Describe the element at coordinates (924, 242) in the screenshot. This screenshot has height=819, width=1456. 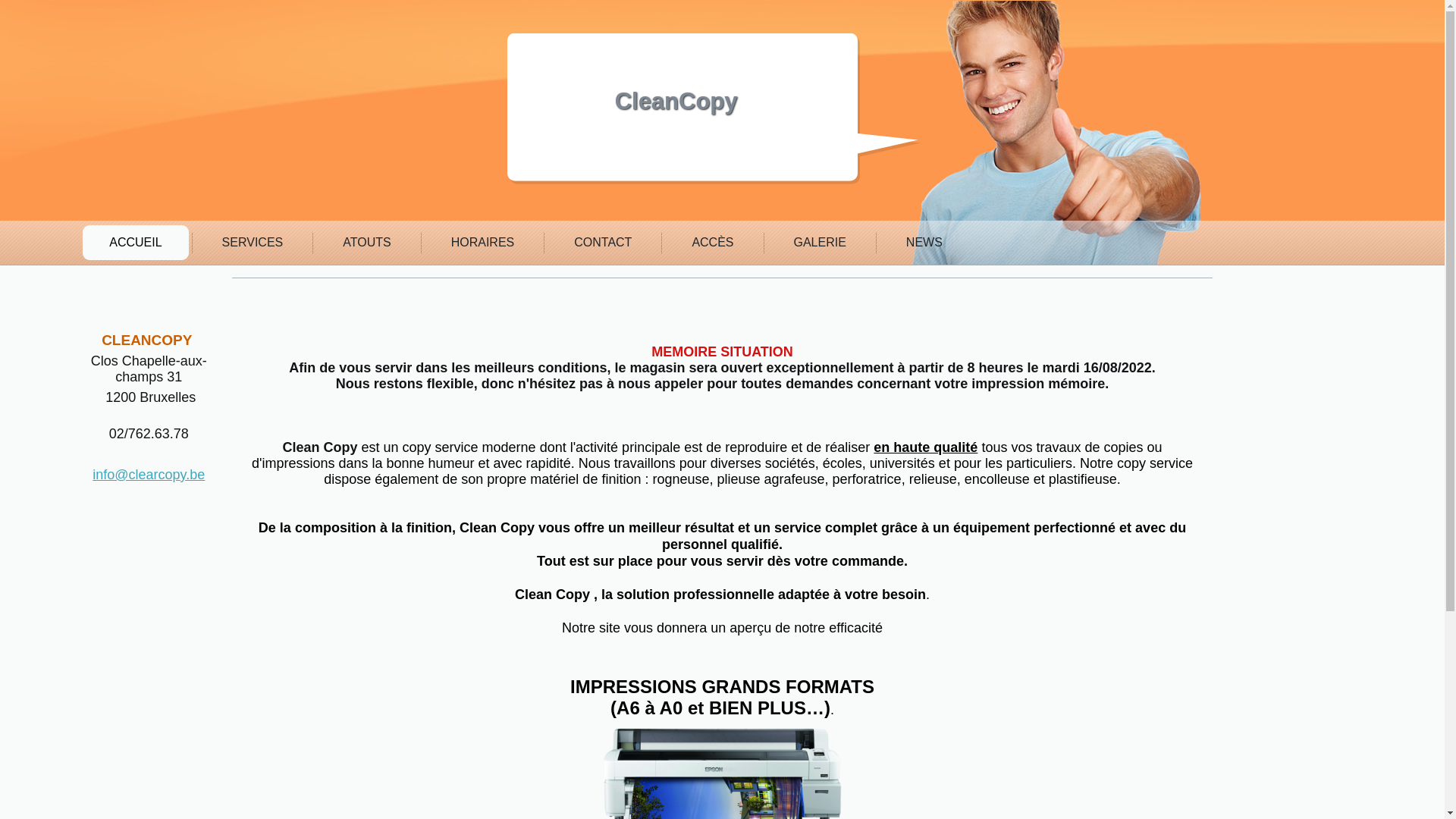
I see `'NEWS'` at that location.